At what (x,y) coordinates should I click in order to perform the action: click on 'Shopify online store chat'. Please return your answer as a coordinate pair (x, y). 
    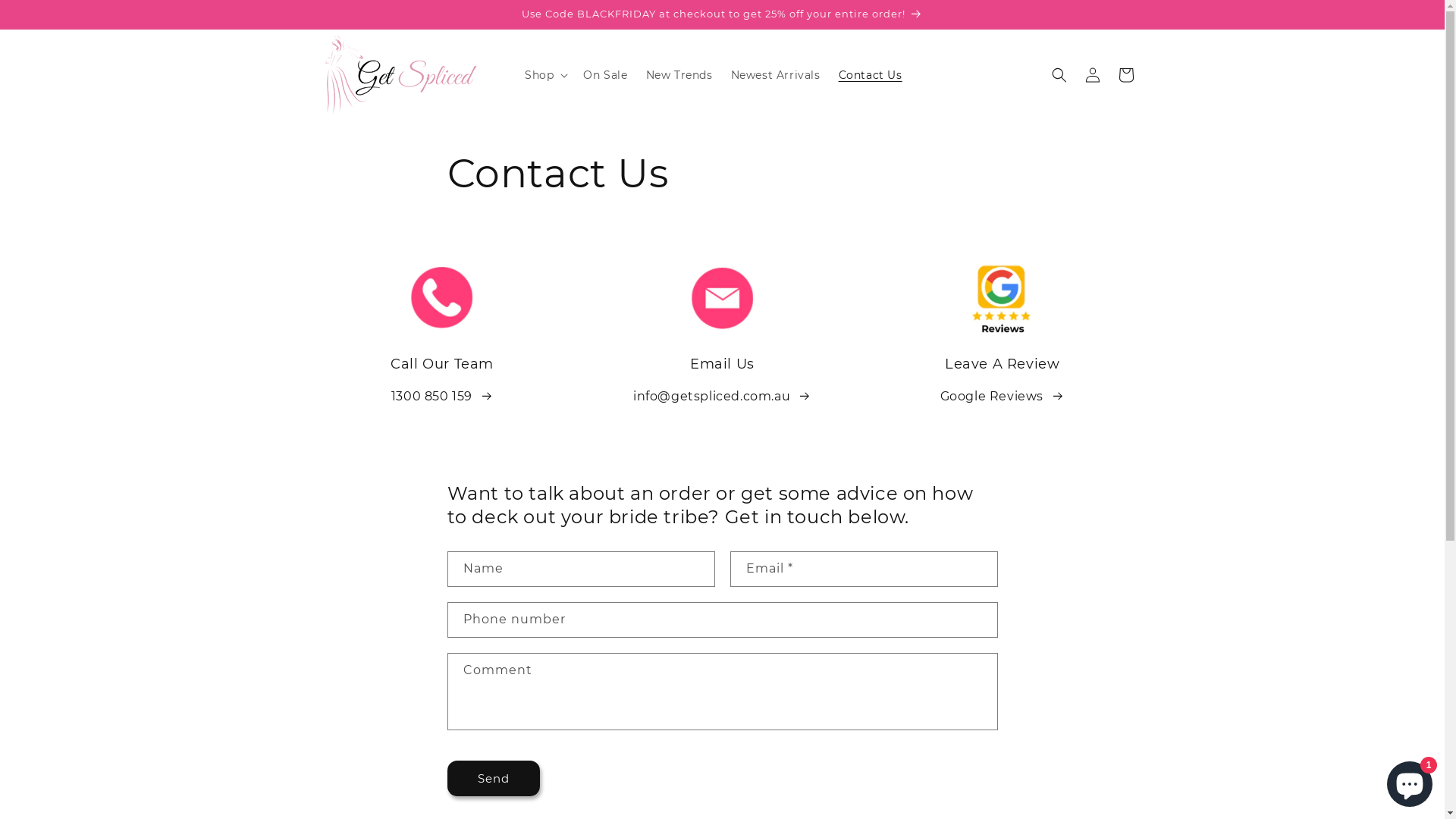
    Looking at the image, I should click on (1408, 780).